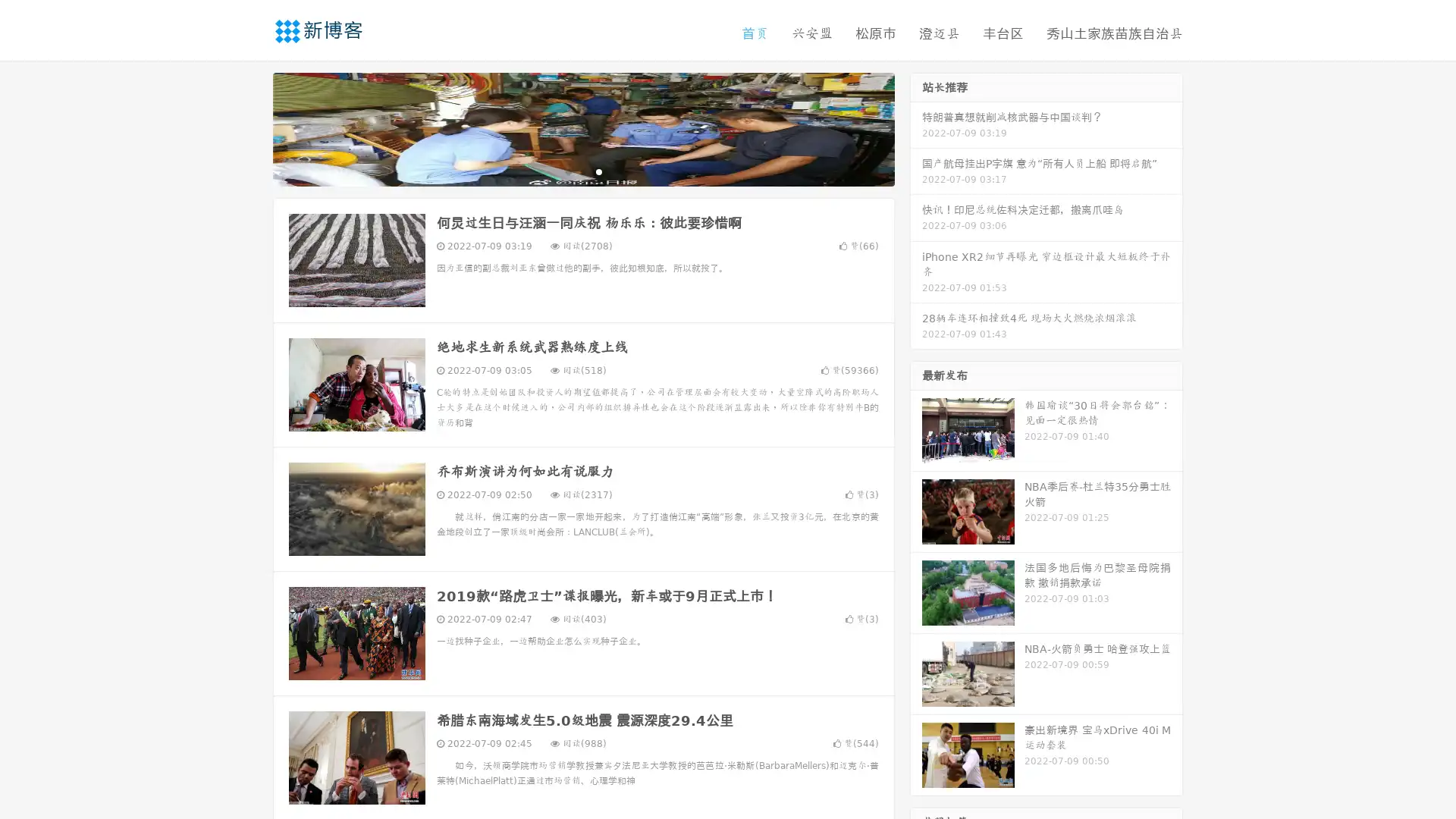  What do you see at coordinates (598, 171) in the screenshot?
I see `Go to slide 3` at bounding box center [598, 171].